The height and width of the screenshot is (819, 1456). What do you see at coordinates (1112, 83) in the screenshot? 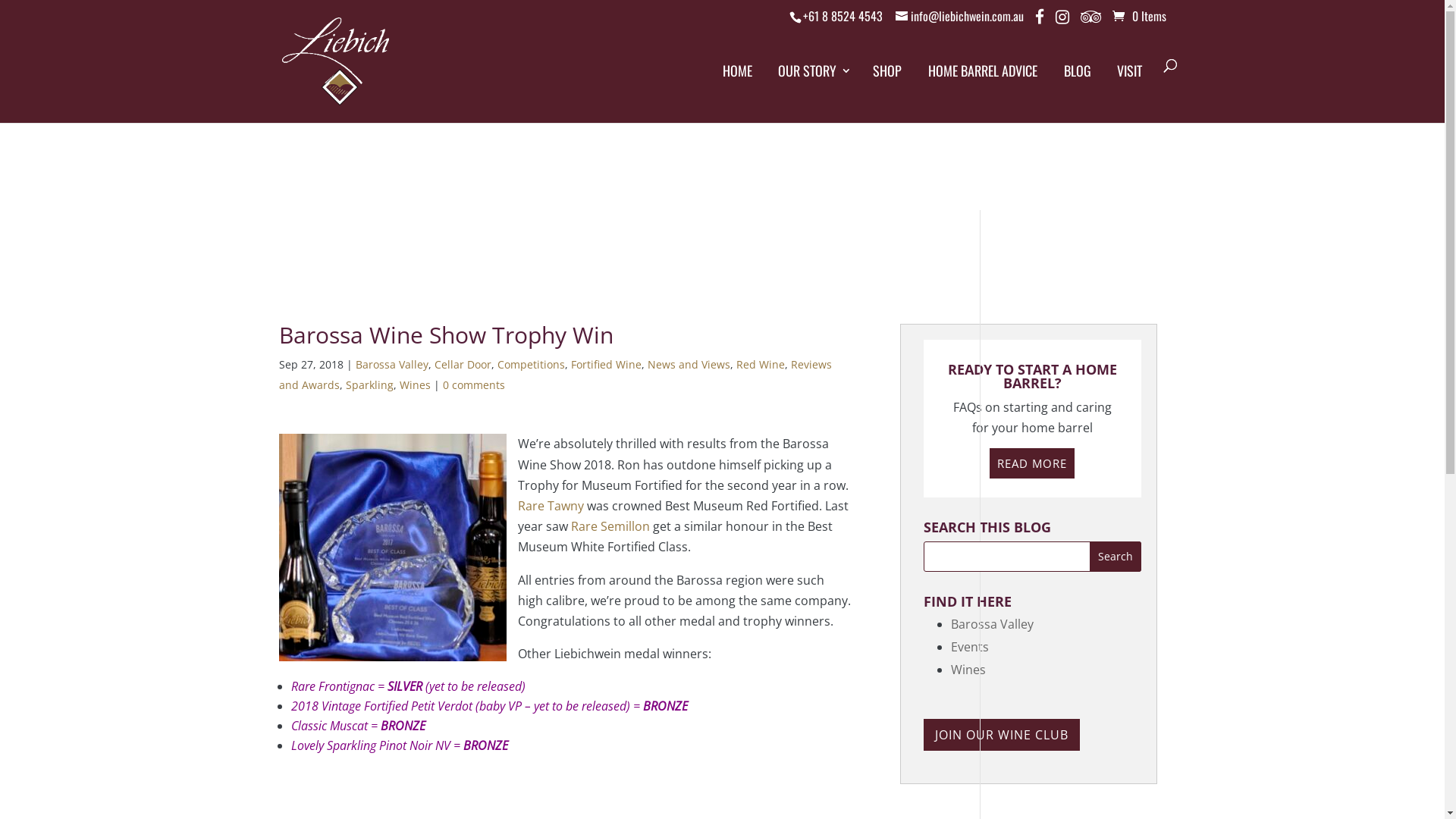
I see `'VISIT'` at bounding box center [1112, 83].